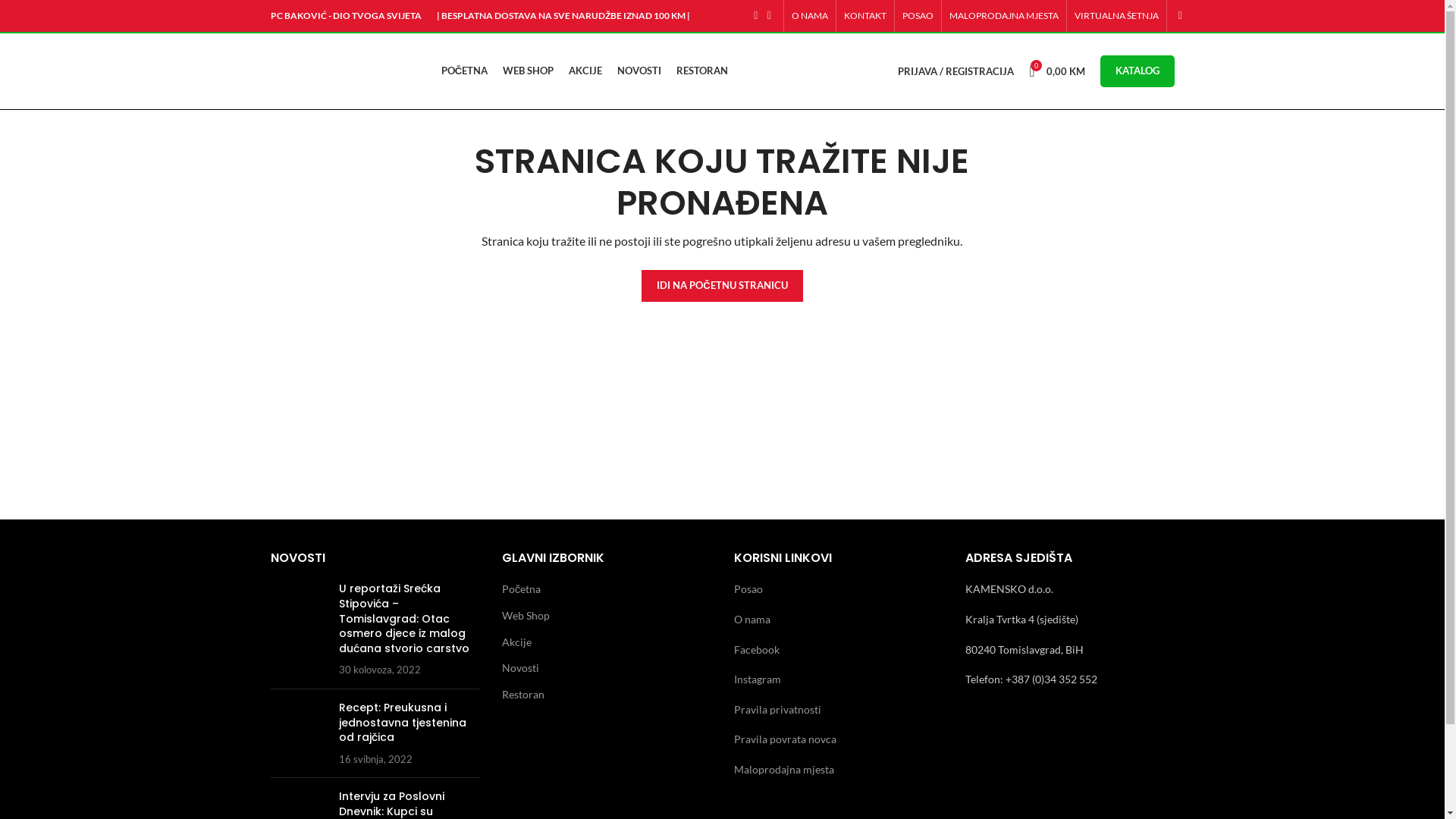 This screenshot has width=1456, height=819. Describe the element at coordinates (521, 667) in the screenshot. I see `'Novosti'` at that location.